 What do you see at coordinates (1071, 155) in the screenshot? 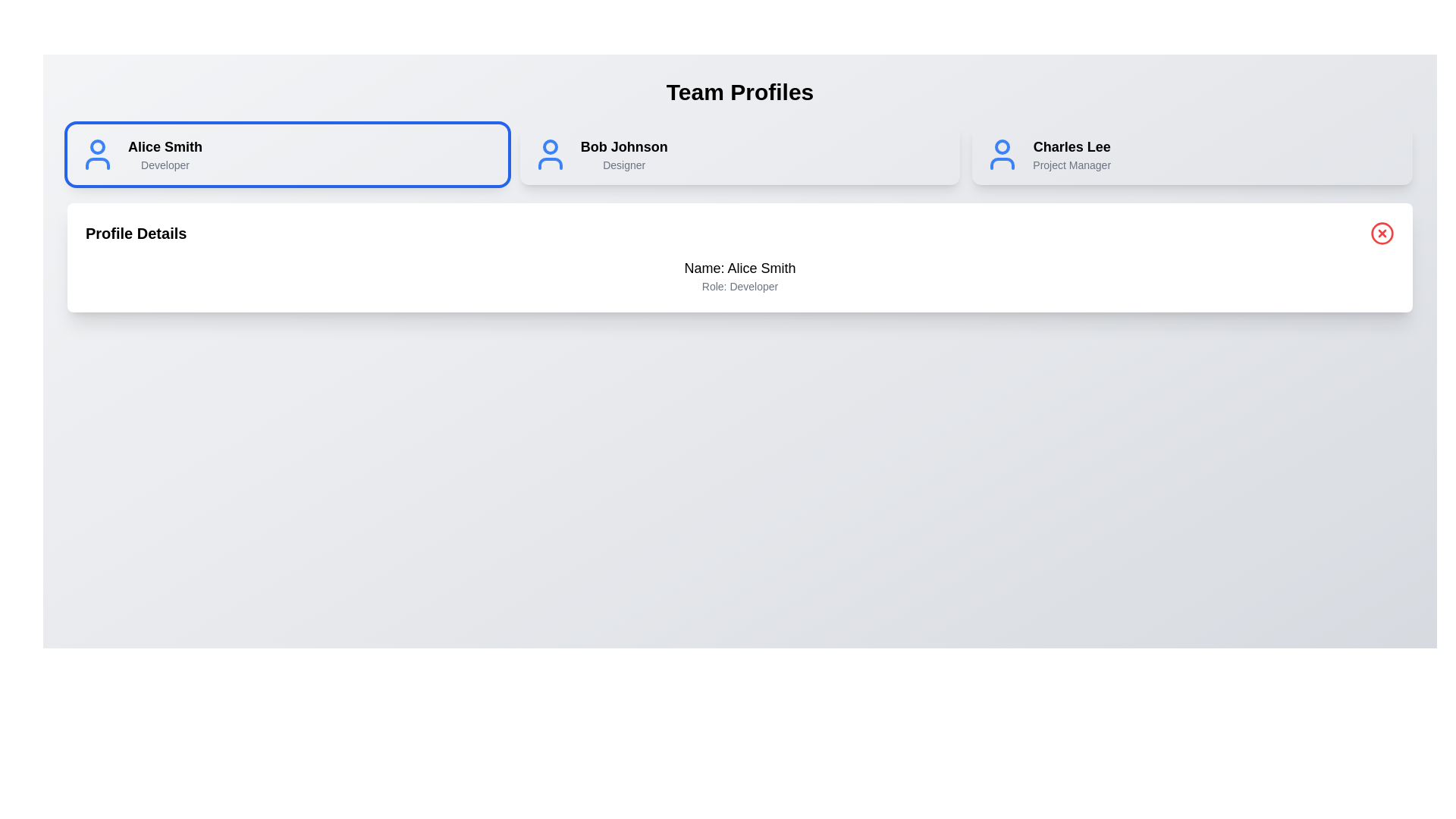
I see `displayed information from the Text label showing 'Charles Lee' in bold and 'Project Manager' in smaller font, positioned on the rightmost side of the user profile components under 'Team Profiles'` at bounding box center [1071, 155].